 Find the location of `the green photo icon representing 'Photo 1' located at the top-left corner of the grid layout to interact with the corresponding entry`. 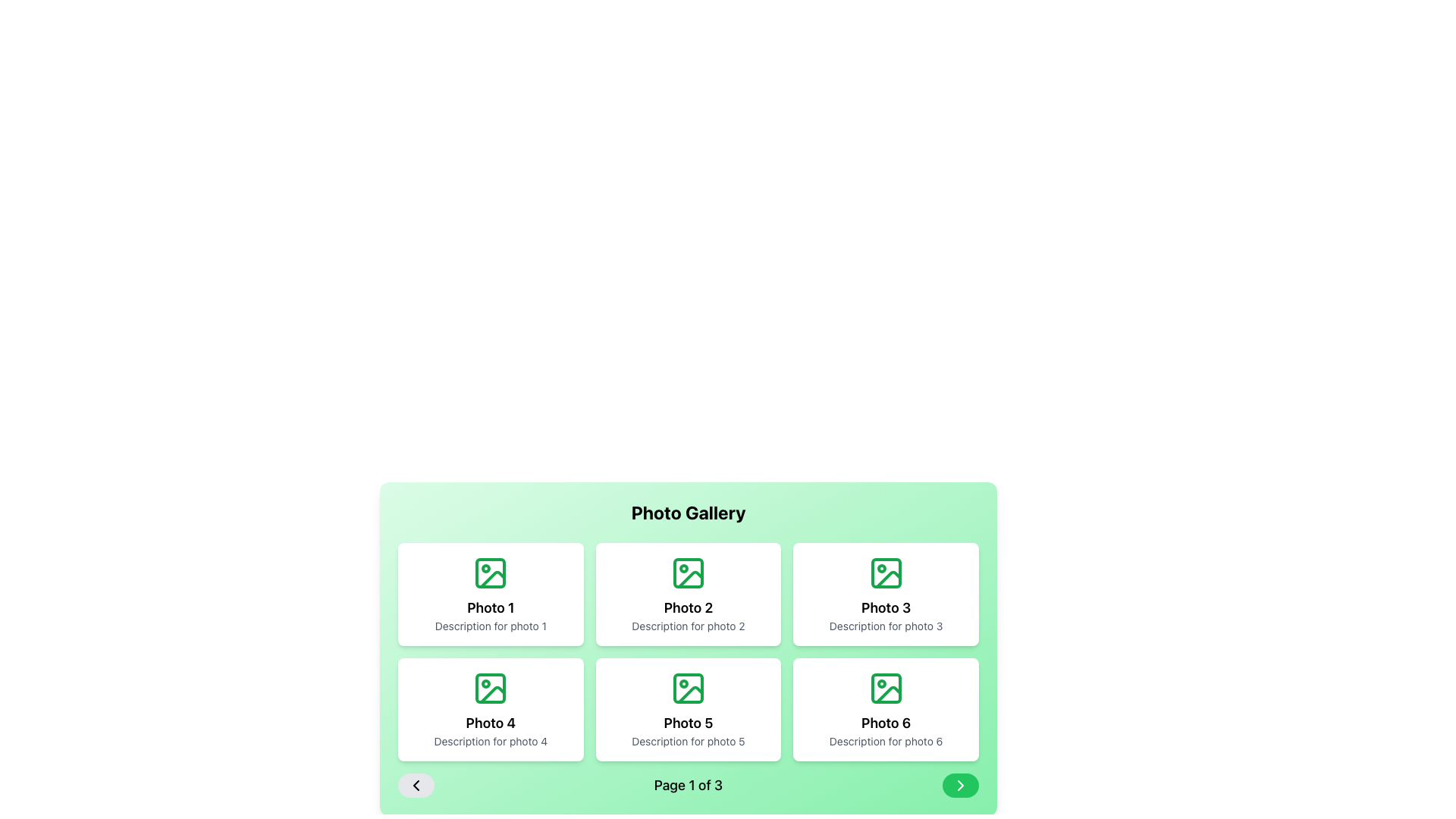

the green photo icon representing 'Photo 1' located at the top-left corner of the grid layout to interact with the corresponding entry is located at coordinates (491, 573).